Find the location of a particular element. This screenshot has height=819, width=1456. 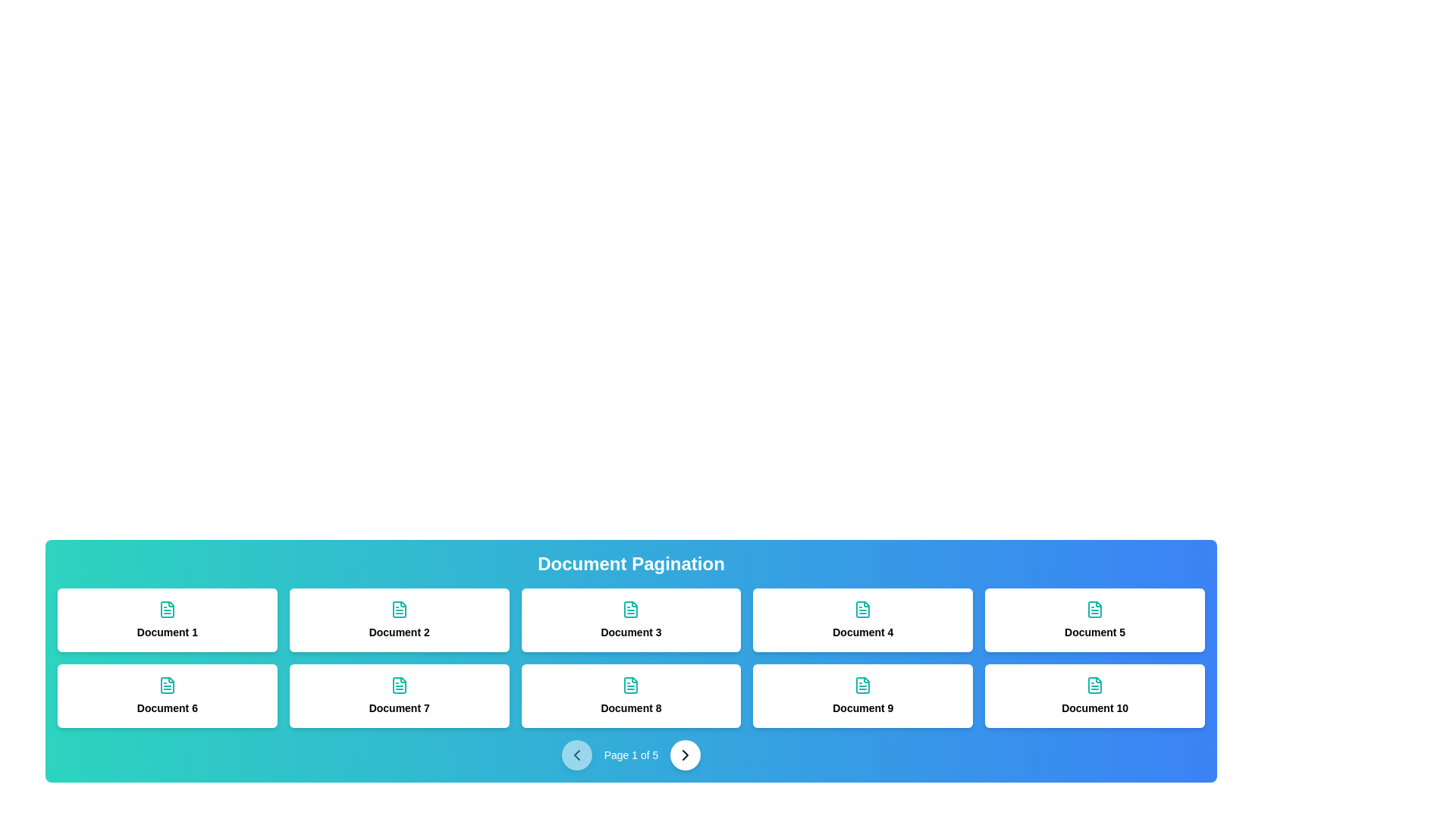

the stylized document sheet icon that represents 'Document 1' in the first grid section of documents is located at coordinates (167, 608).